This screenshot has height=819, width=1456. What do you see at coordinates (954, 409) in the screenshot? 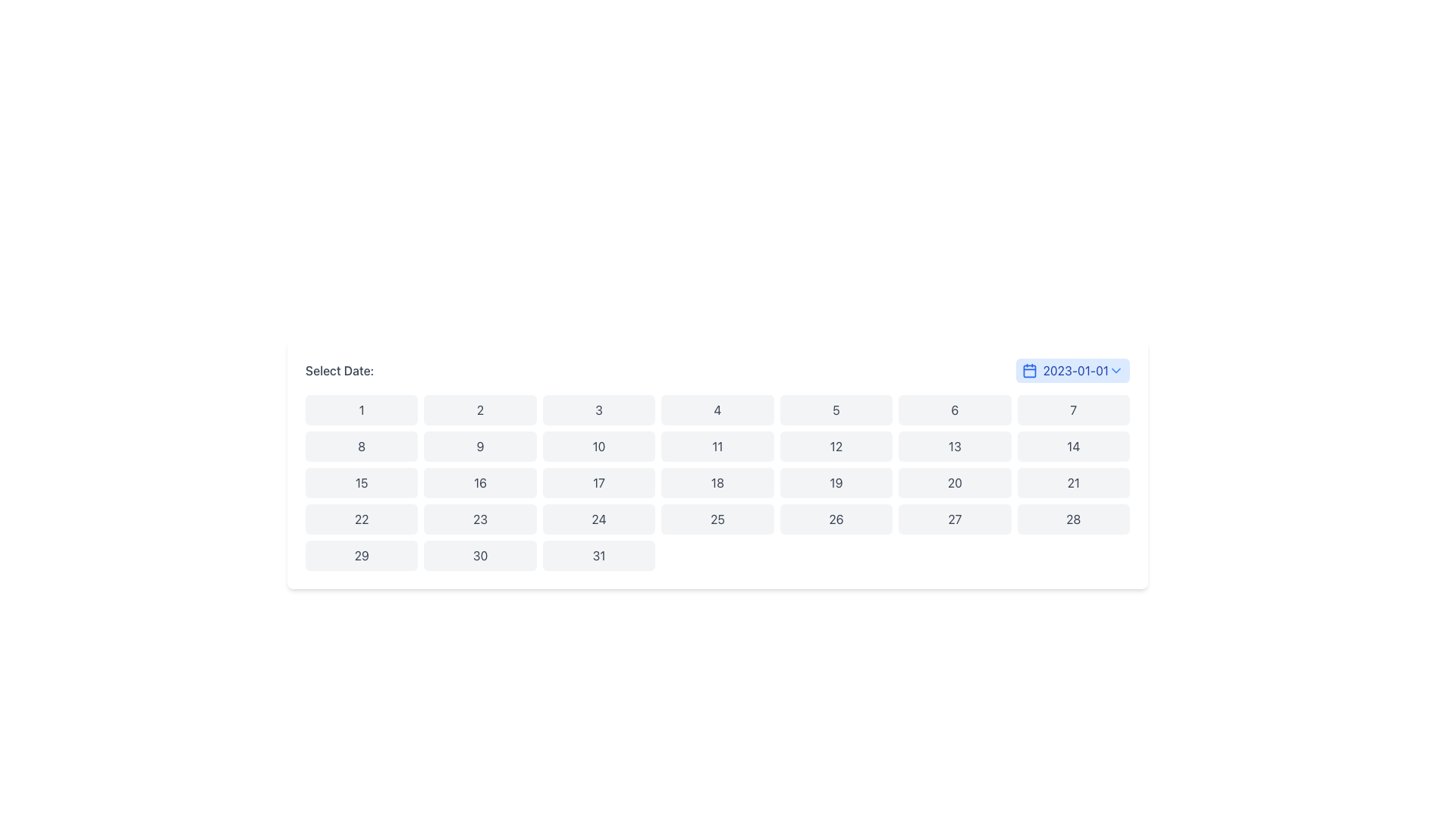
I see `the button labeled '6' located under the heading 'Select Date:'` at bounding box center [954, 409].